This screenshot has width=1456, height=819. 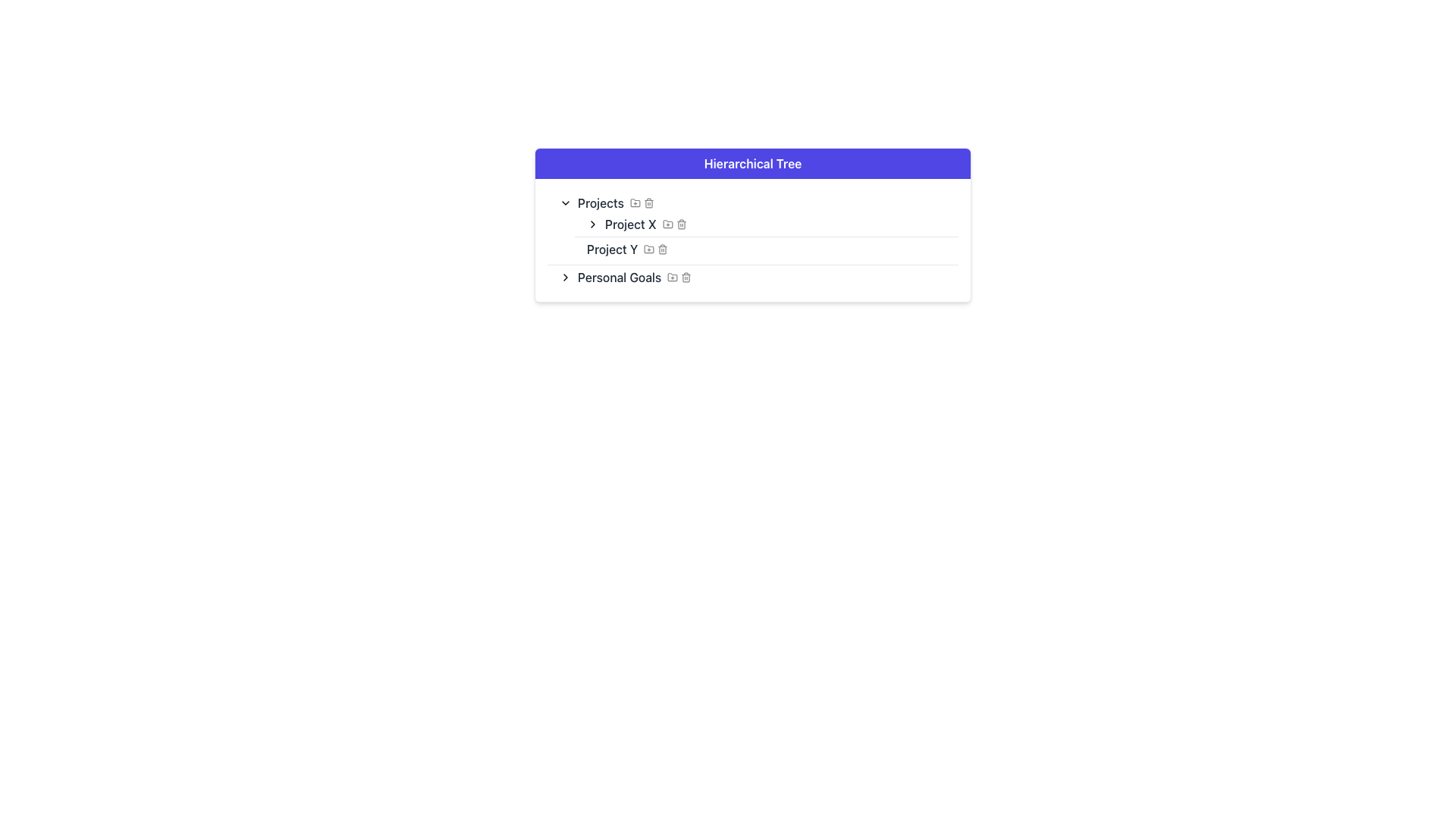 What do you see at coordinates (630, 224) in the screenshot?
I see `the Text Label that represents a project item in the hierarchical tree structure` at bounding box center [630, 224].